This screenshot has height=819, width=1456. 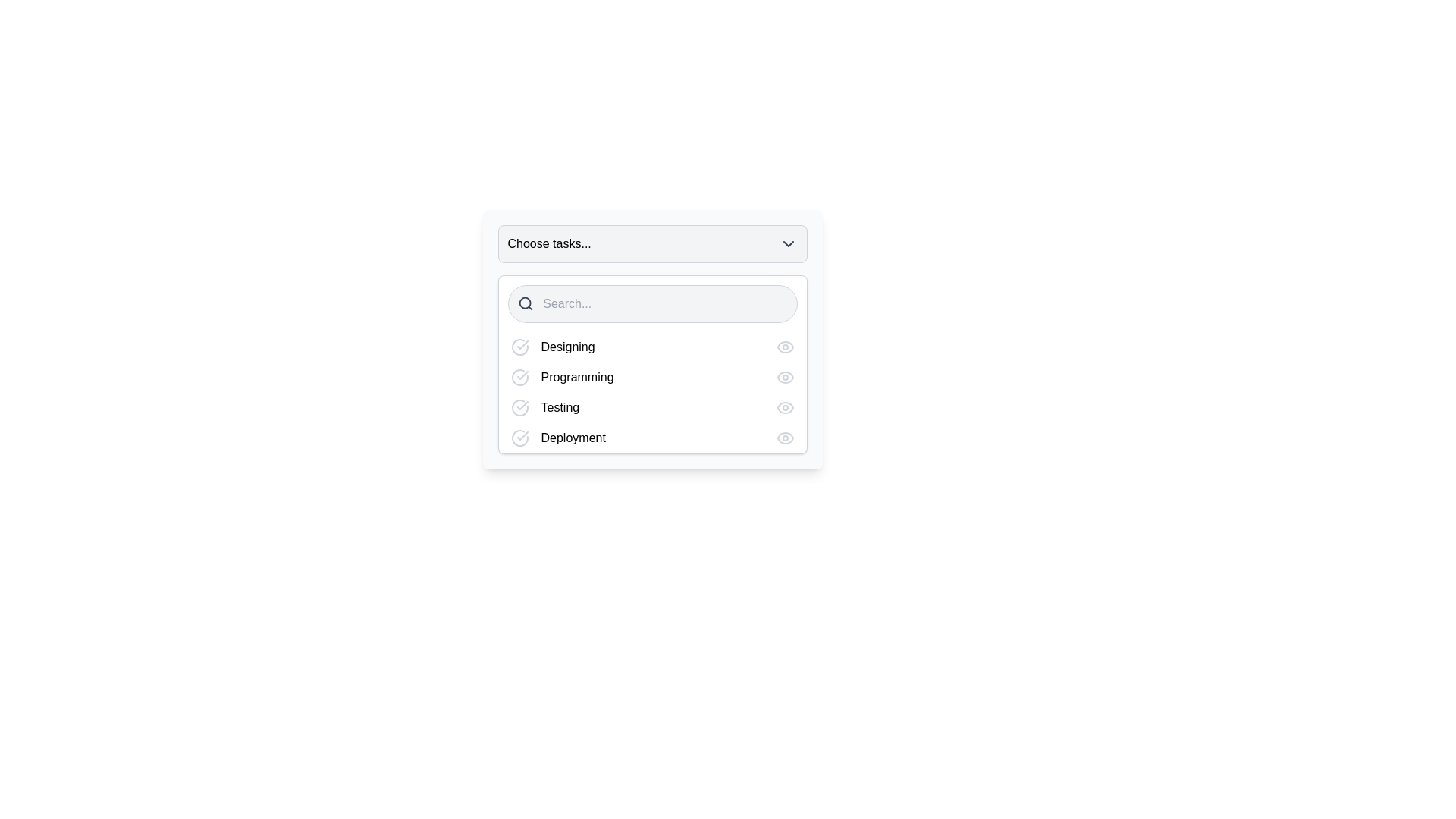 What do you see at coordinates (526, 304) in the screenshot?
I see `the search icon located in the upper-left corner of the search bar` at bounding box center [526, 304].